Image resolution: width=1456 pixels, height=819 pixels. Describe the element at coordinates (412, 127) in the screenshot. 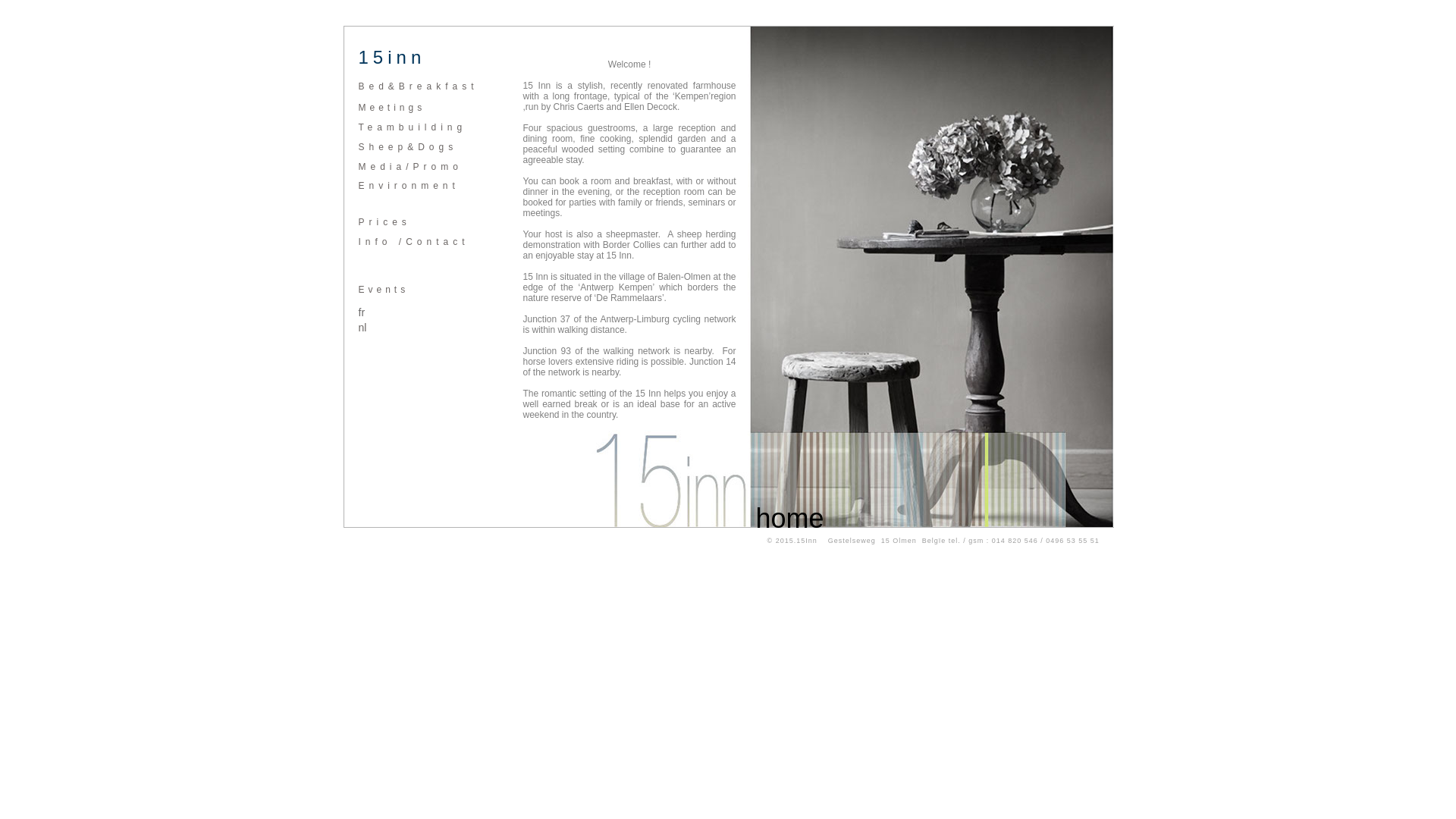

I see `'Teambuilding'` at that location.